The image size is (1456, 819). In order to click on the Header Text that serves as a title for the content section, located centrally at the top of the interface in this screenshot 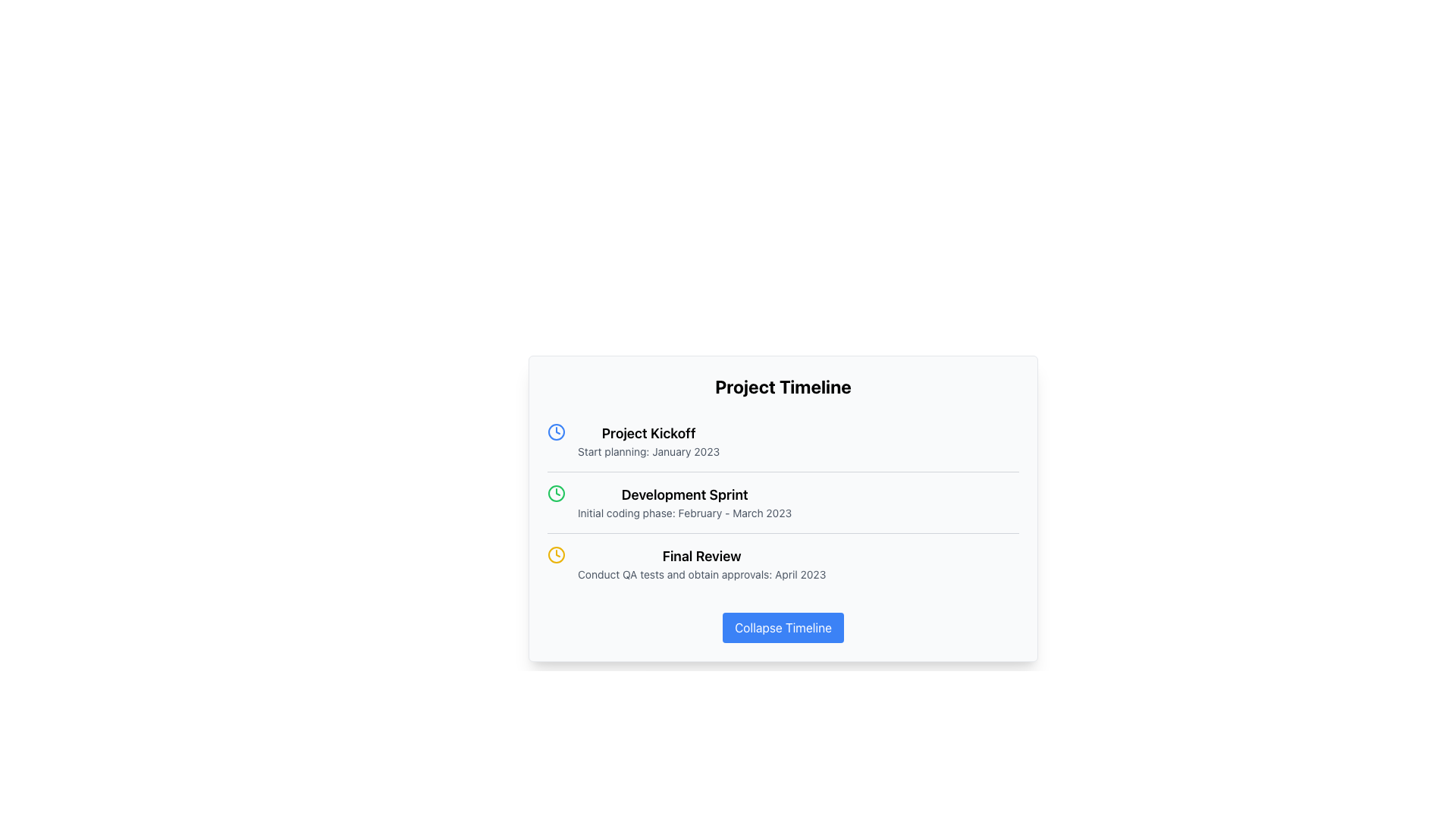, I will do `click(783, 385)`.